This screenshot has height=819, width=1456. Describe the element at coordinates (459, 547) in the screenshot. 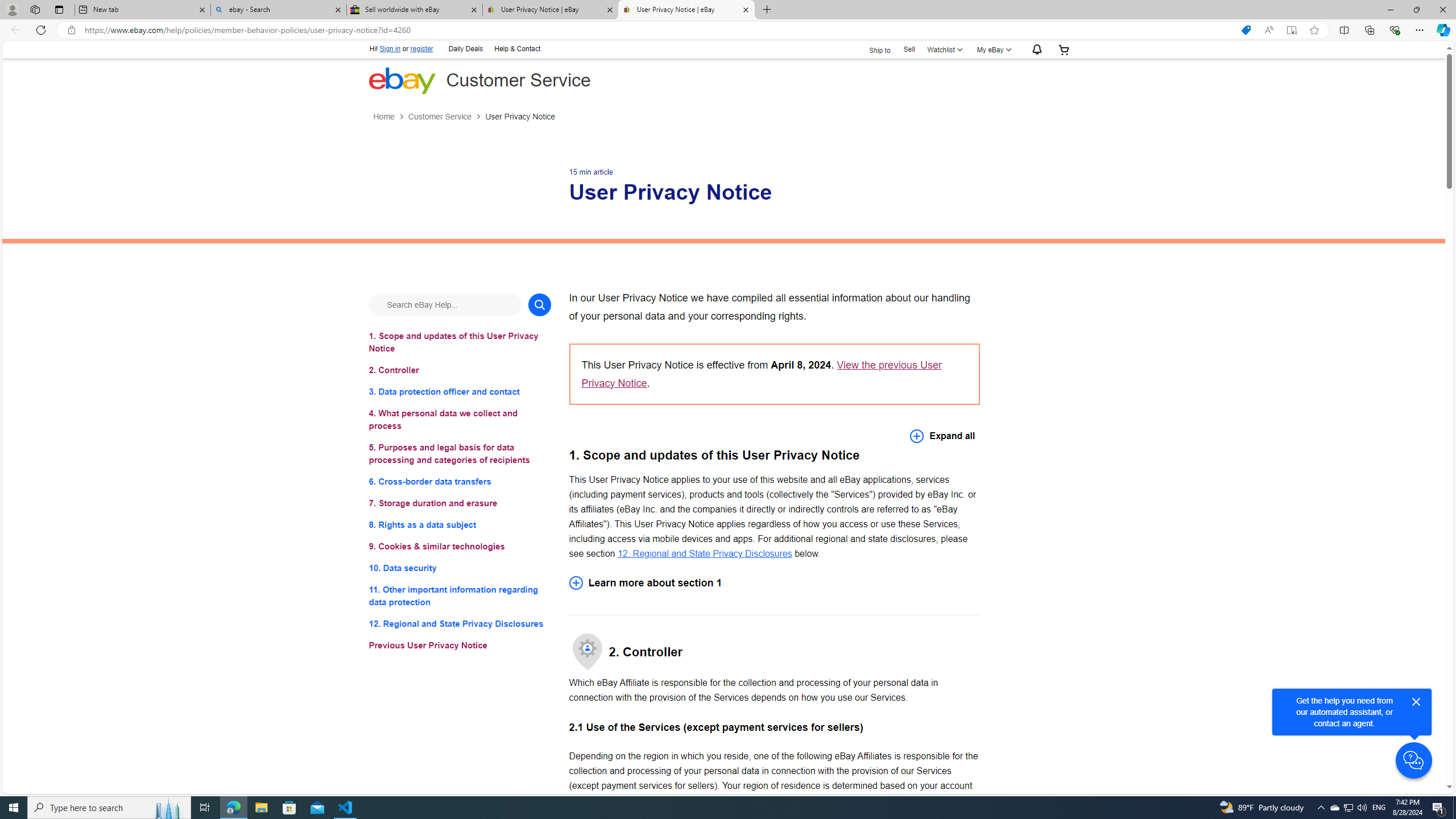

I see `'9. Cookies & similar technologies'` at that location.